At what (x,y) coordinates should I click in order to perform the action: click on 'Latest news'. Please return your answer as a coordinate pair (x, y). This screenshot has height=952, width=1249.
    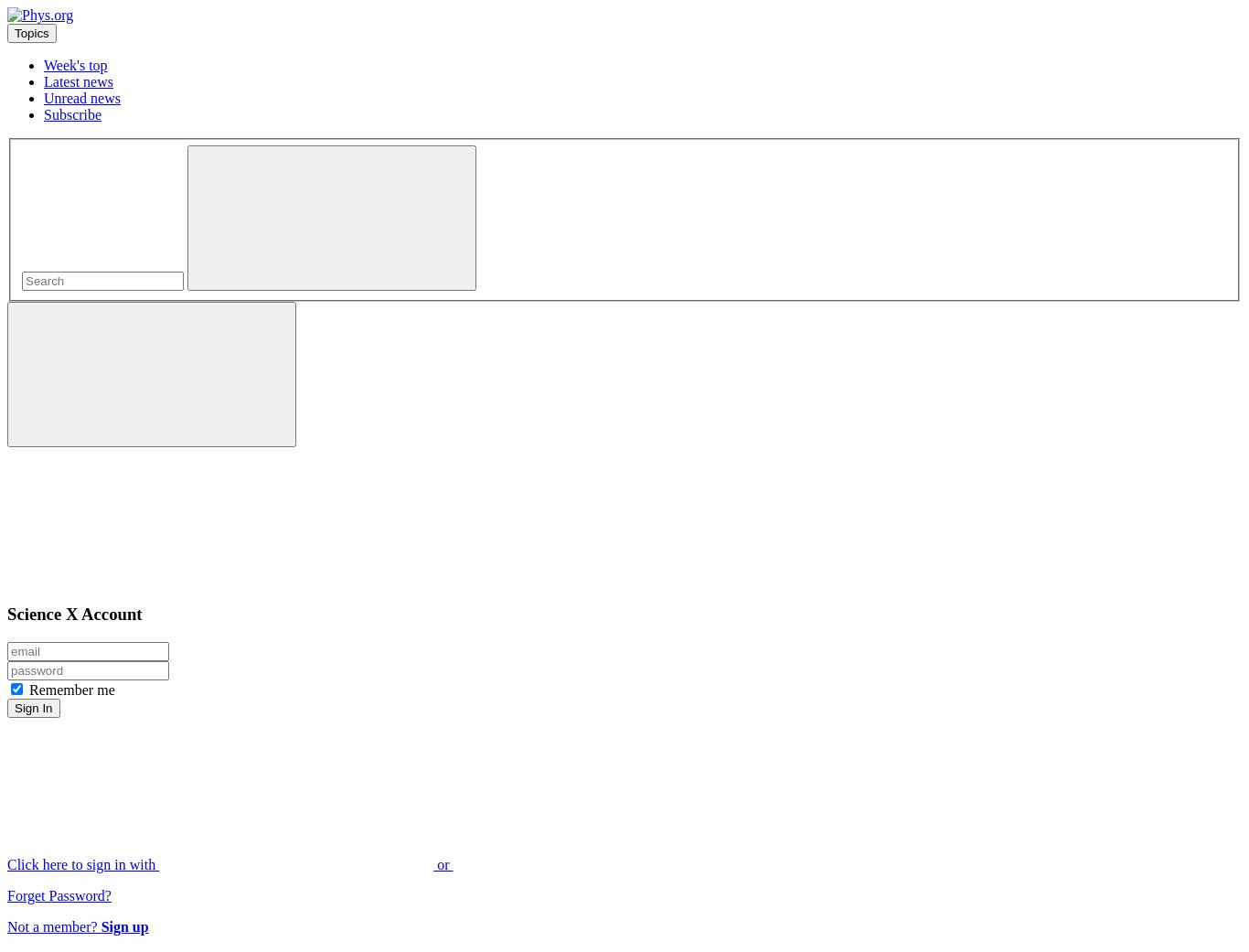
    Looking at the image, I should click on (78, 80).